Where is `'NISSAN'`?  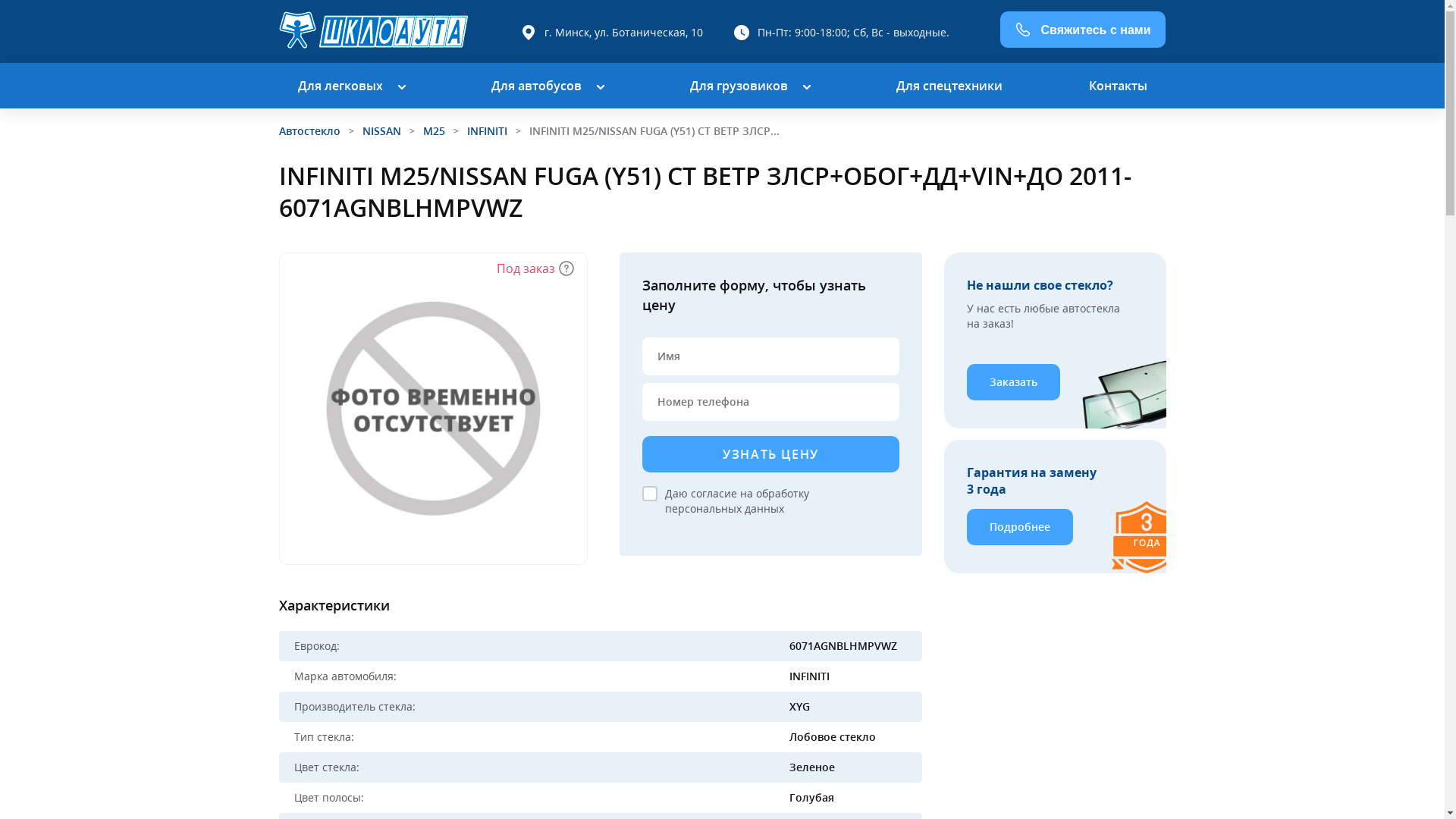 'NISSAN' is located at coordinates (381, 130).